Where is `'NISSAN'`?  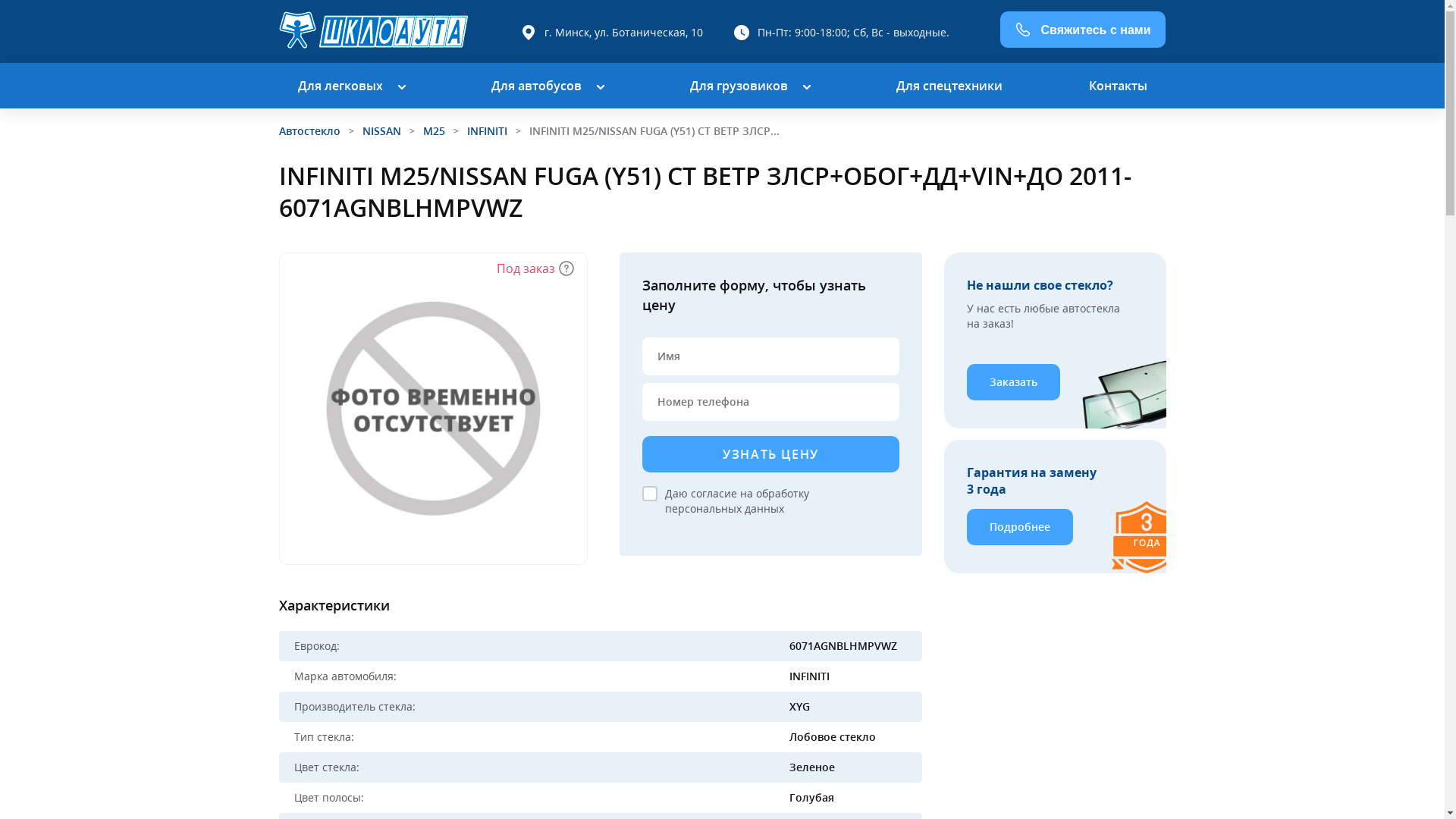 'NISSAN' is located at coordinates (381, 130).